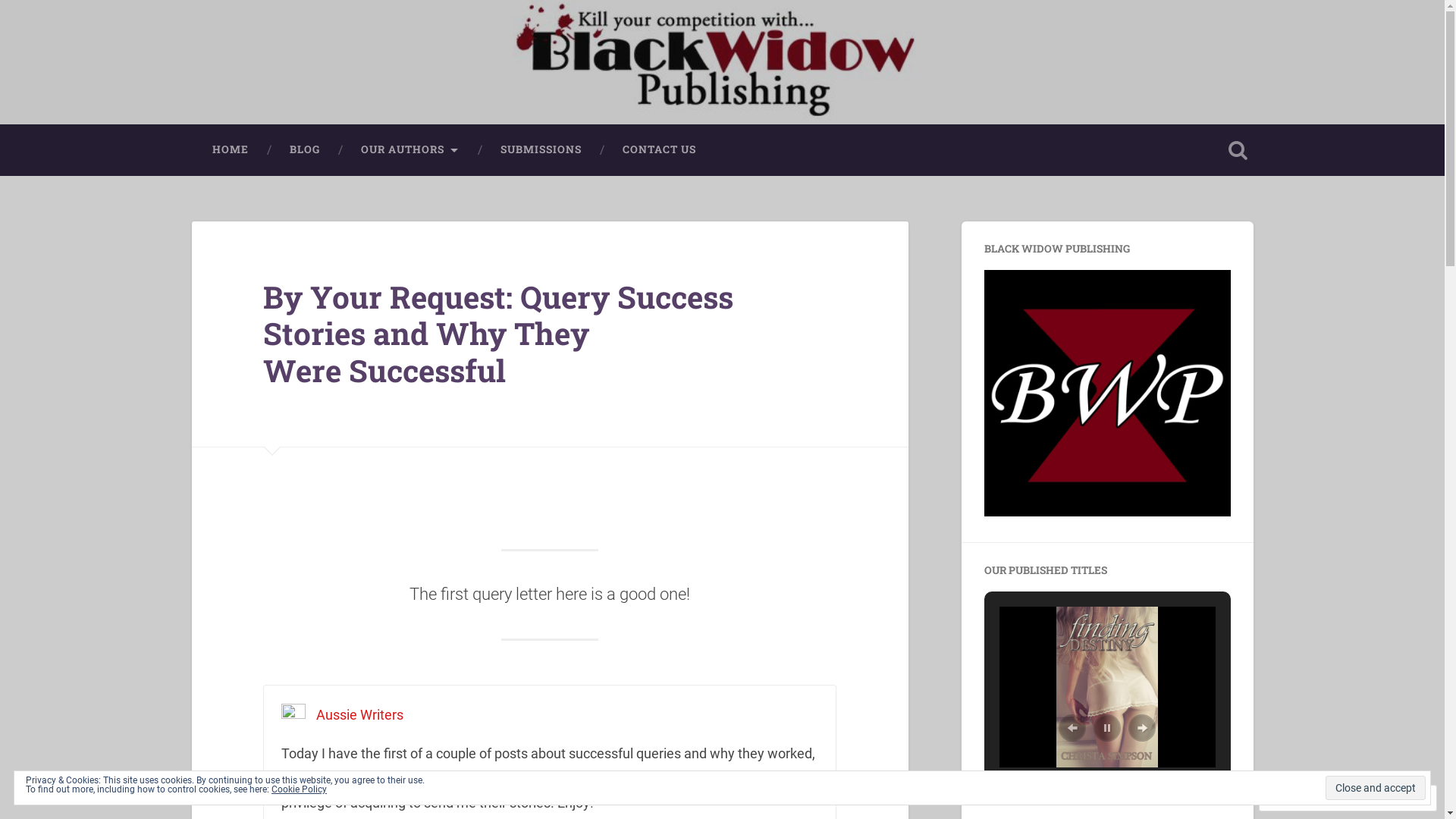 The height and width of the screenshot is (819, 1456). I want to click on 'Aussie Writers', so click(315, 714).